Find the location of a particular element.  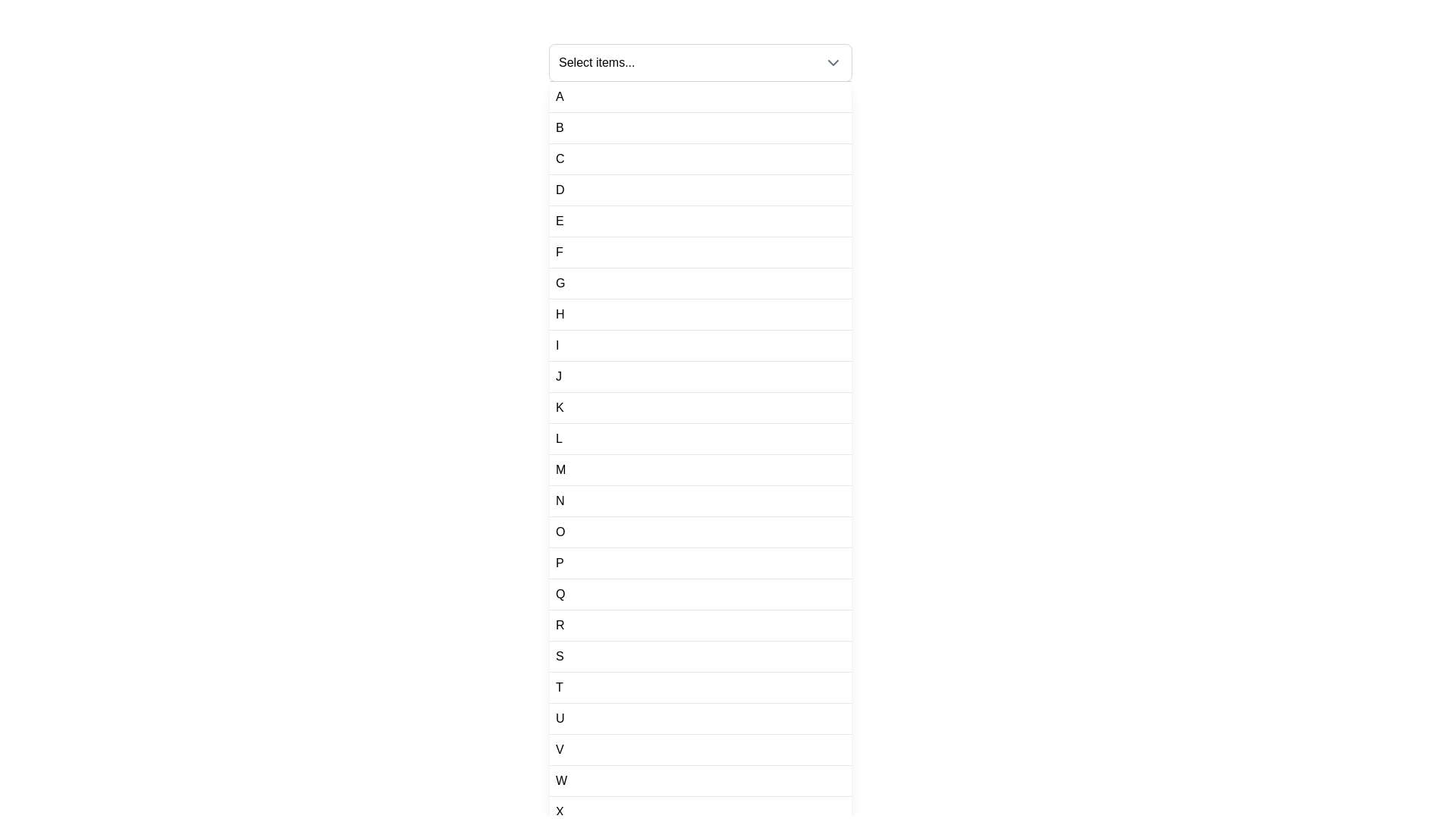

the selectable list item for the letter 'C', which is the third row item in the alphabetical selection menu is located at coordinates (700, 159).